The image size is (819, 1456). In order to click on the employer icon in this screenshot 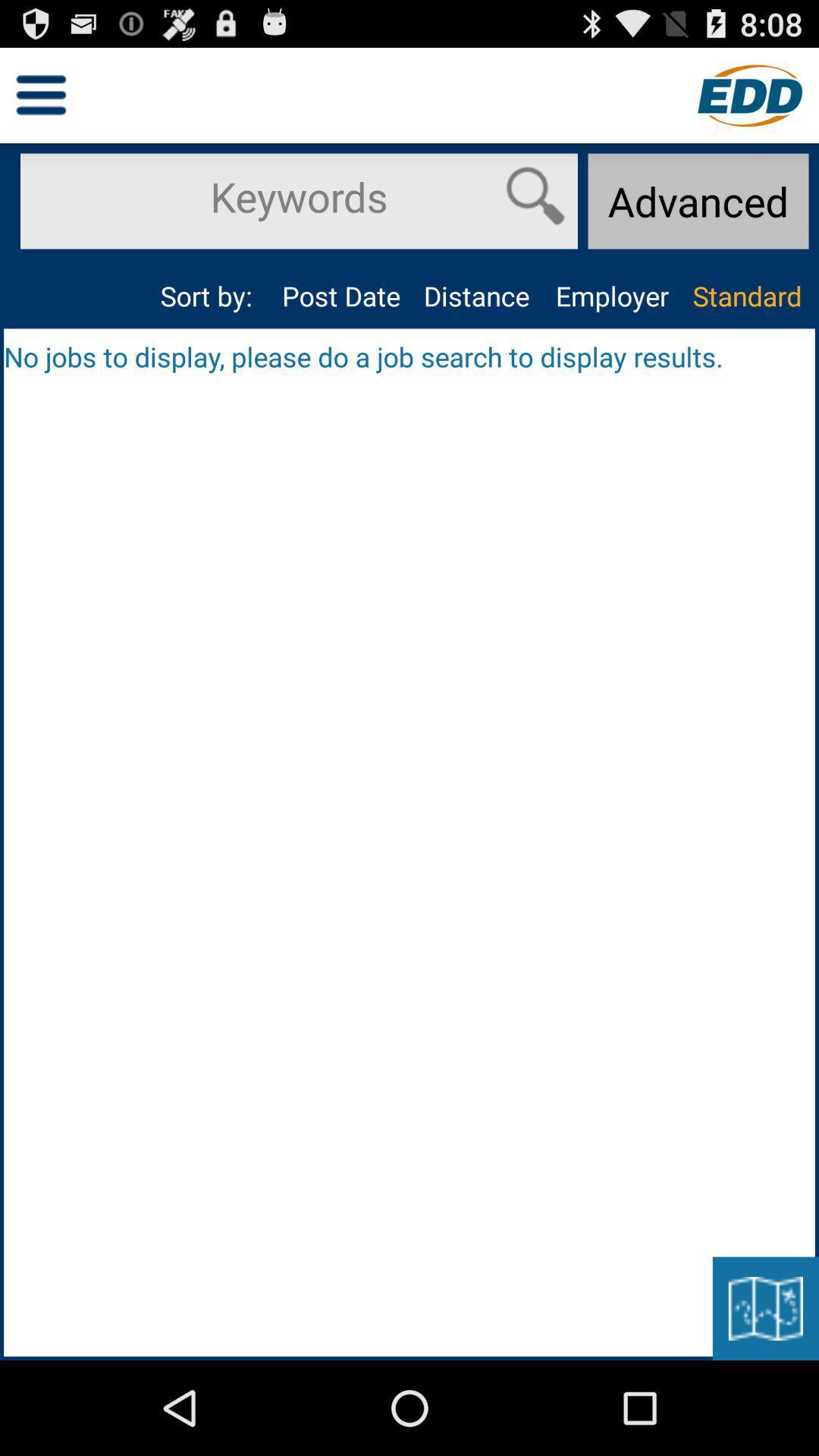, I will do `click(610, 296)`.